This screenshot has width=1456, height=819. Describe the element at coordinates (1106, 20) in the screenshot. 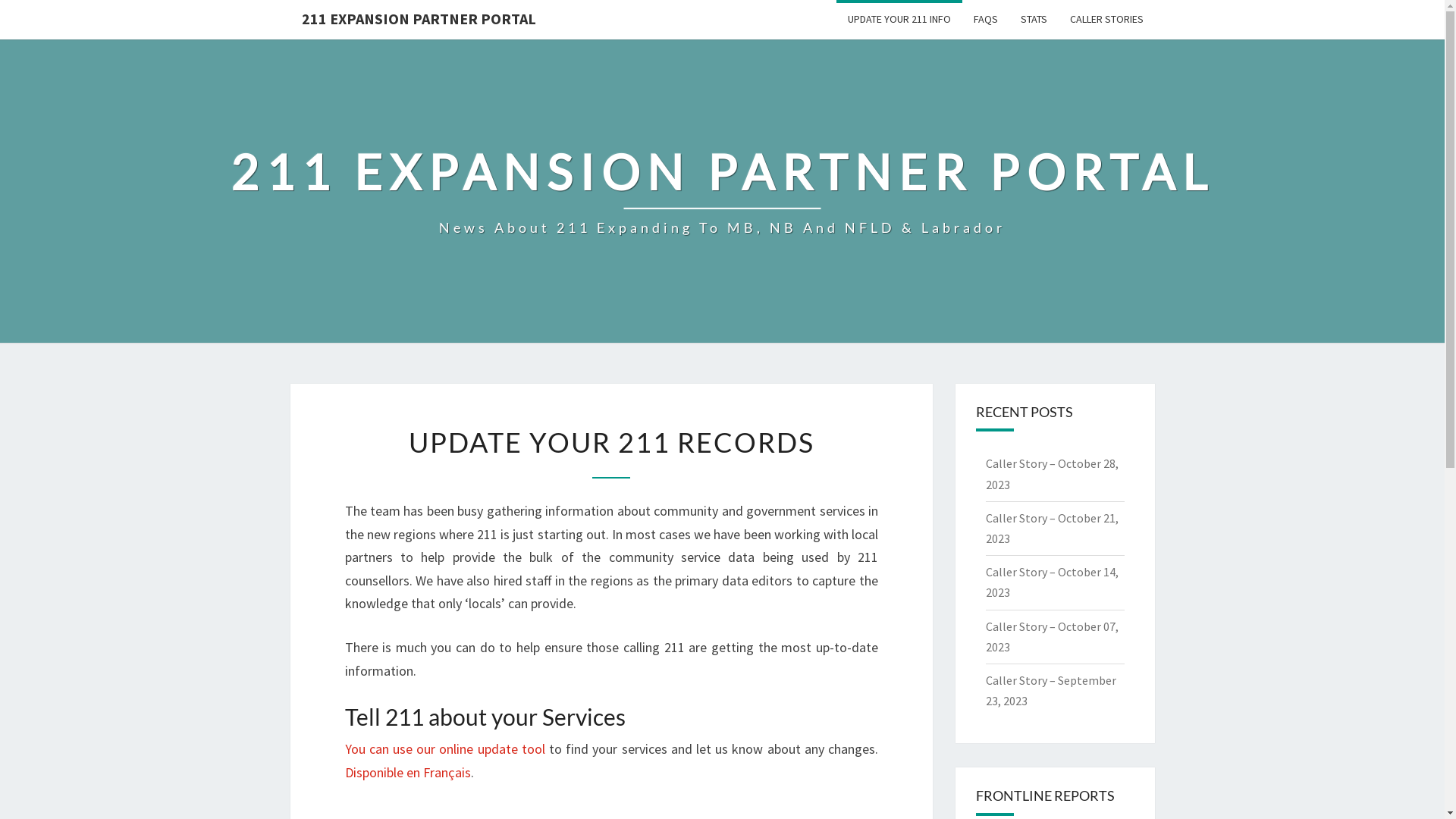

I see `'CALLER STORIES'` at that location.